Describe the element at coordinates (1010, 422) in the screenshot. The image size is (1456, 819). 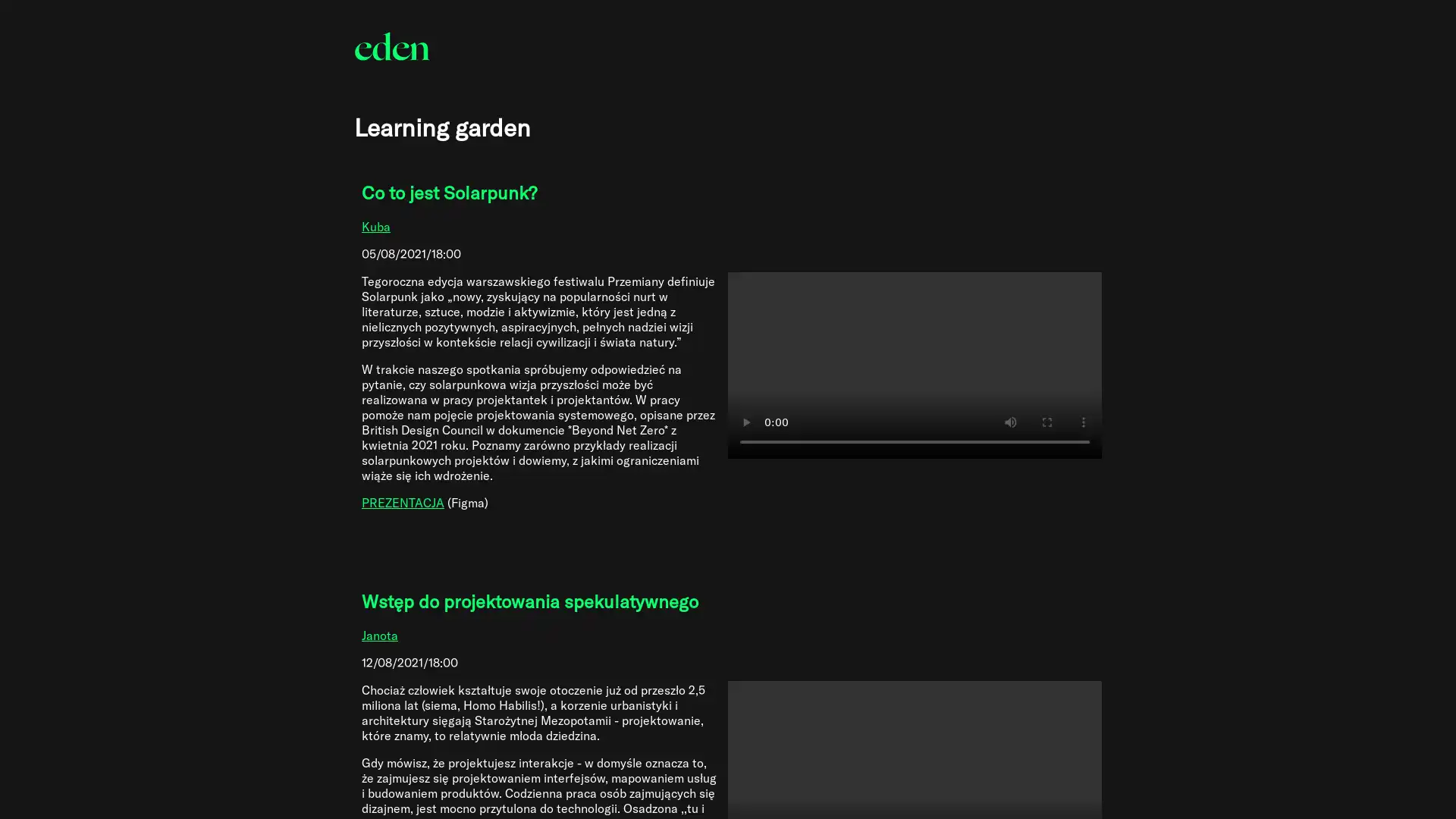
I see `mute` at that location.